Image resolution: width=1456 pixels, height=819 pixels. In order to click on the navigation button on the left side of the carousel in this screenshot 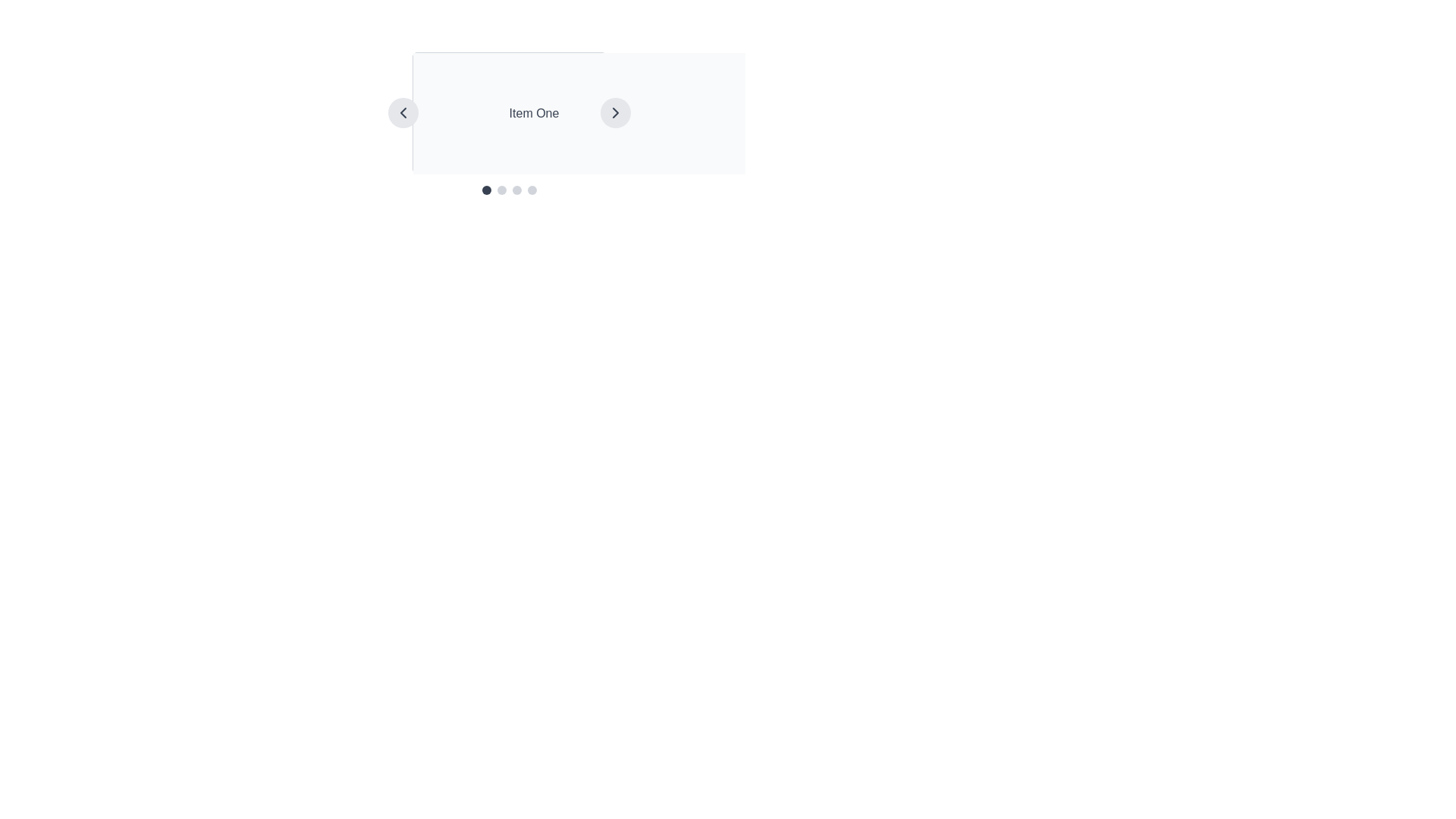, I will do `click(403, 112)`.